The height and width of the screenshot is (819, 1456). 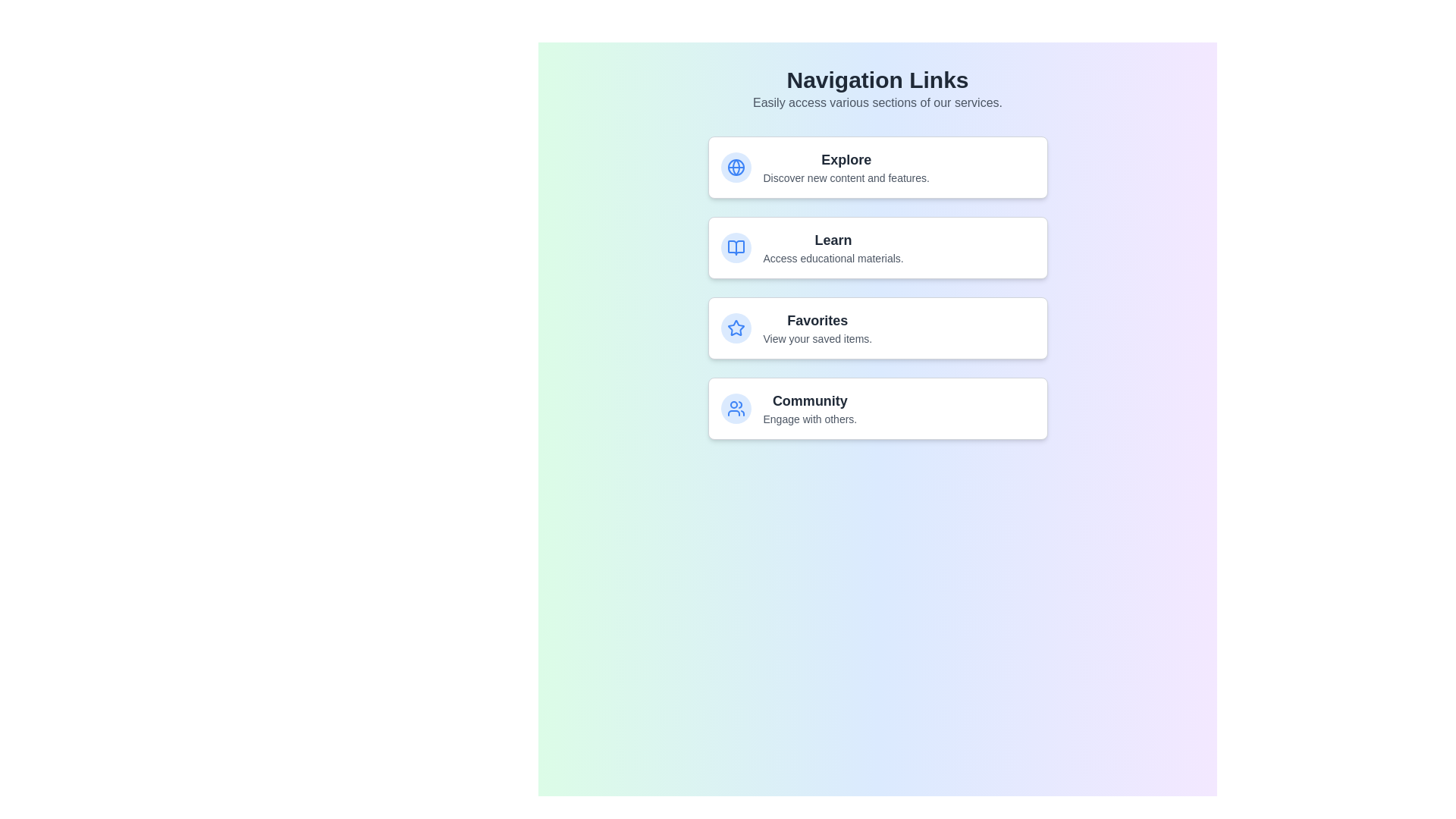 What do you see at coordinates (736, 408) in the screenshot?
I see `the decorative and indicative 'Community' icon, which is positioned to the left of the 'Community' text in the navigation section` at bounding box center [736, 408].